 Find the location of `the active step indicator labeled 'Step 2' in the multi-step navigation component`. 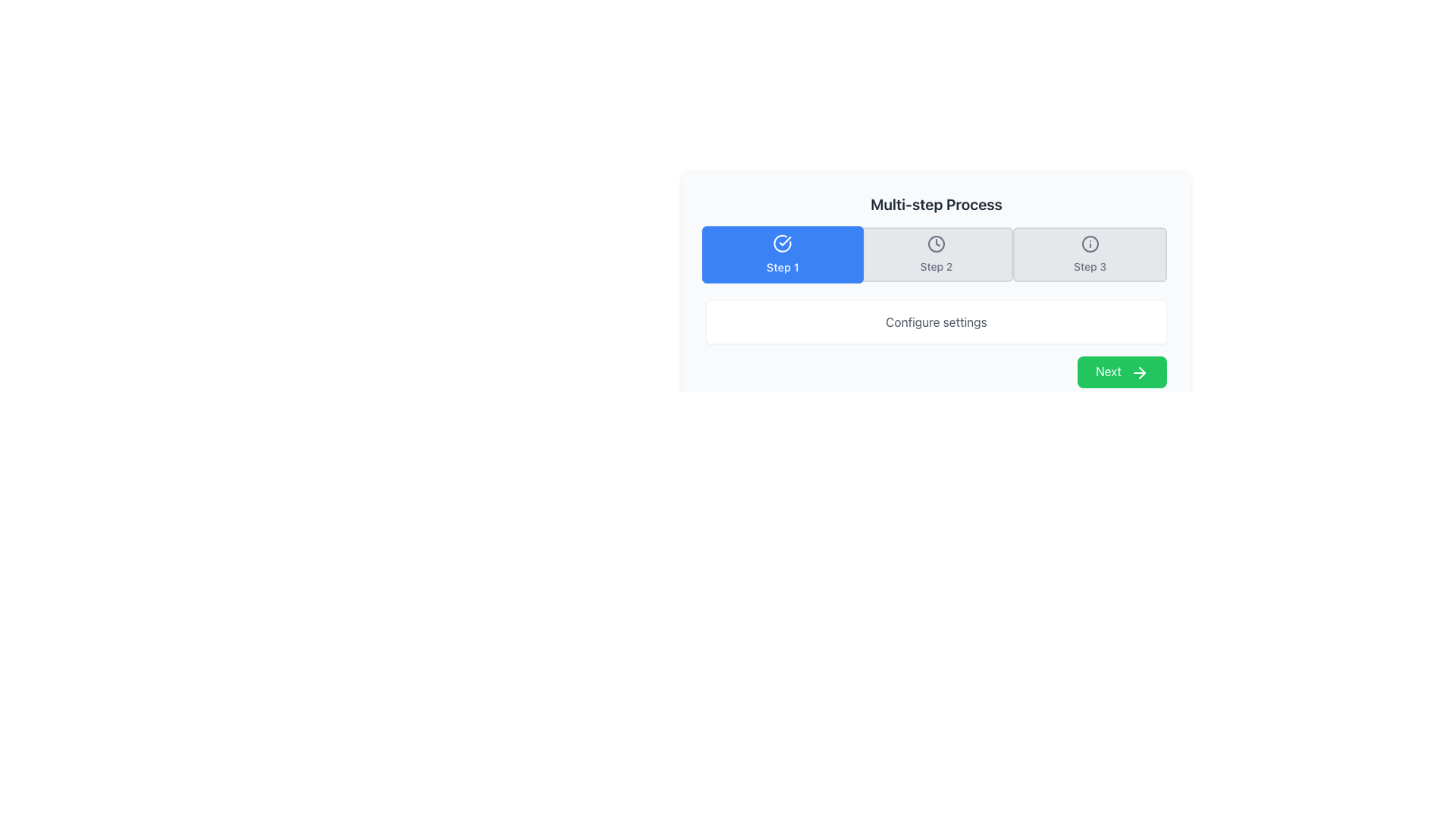

the active step indicator labeled 'Step 2' in the multi-step navigation component is located at coordinates (935, 253).